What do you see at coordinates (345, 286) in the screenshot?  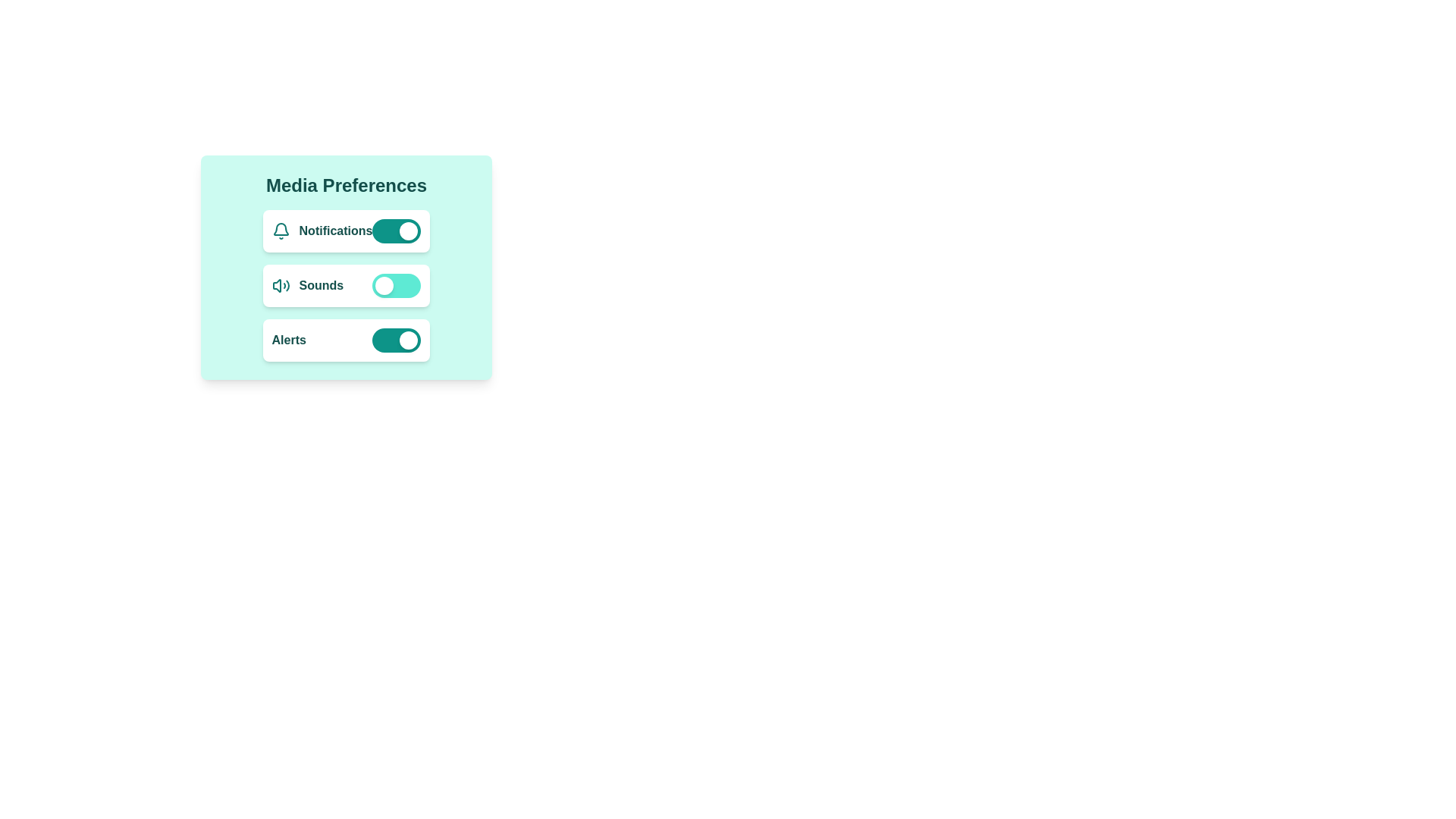 I see `the Settings panel component containing the labels 'Notifications', 'Sounds', and 'Alerts'` at bounding box center [345, 286].